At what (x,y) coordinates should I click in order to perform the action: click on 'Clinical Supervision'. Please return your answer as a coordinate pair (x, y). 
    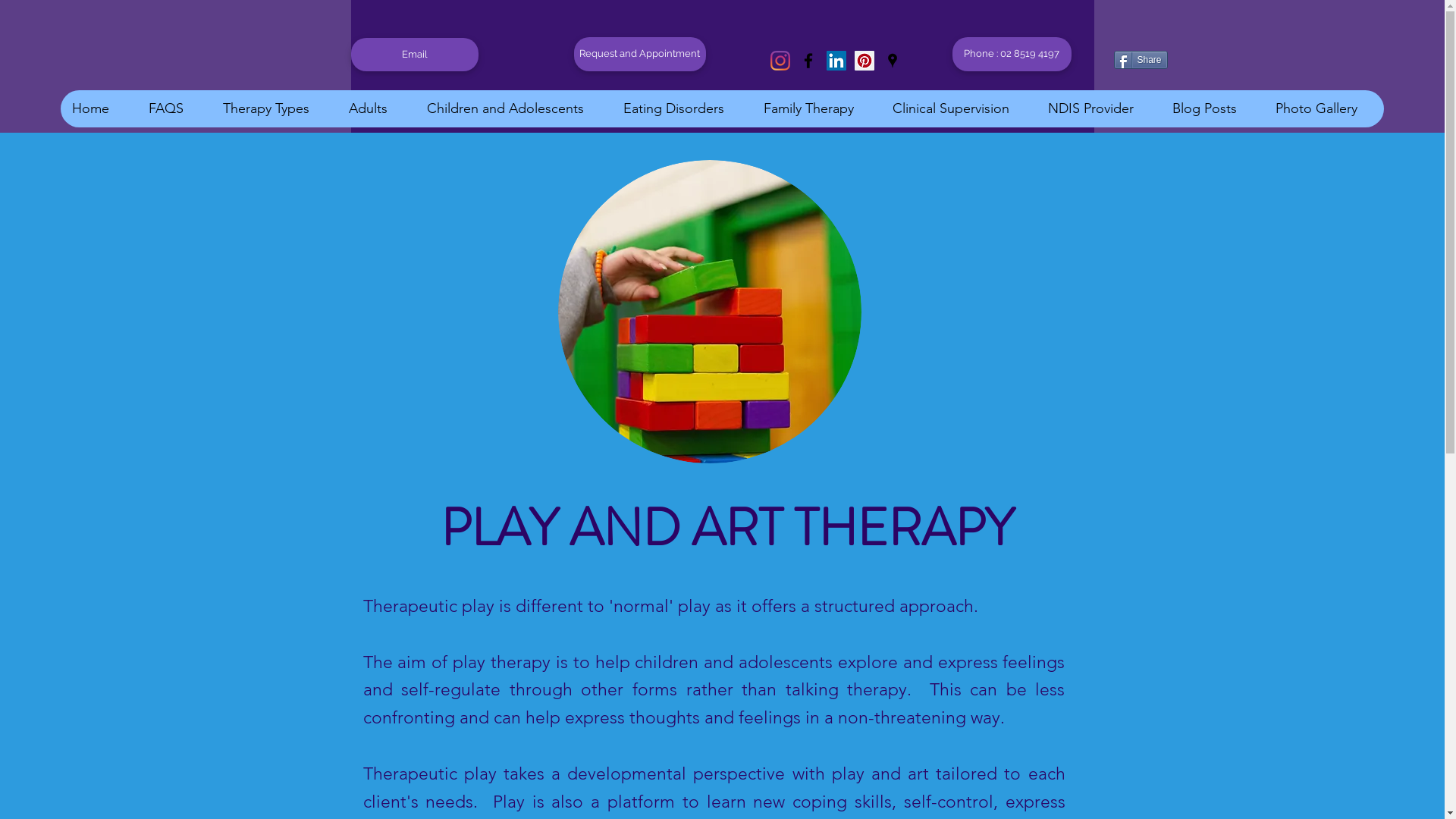
    Looking at the image, I should click on (957, 108).